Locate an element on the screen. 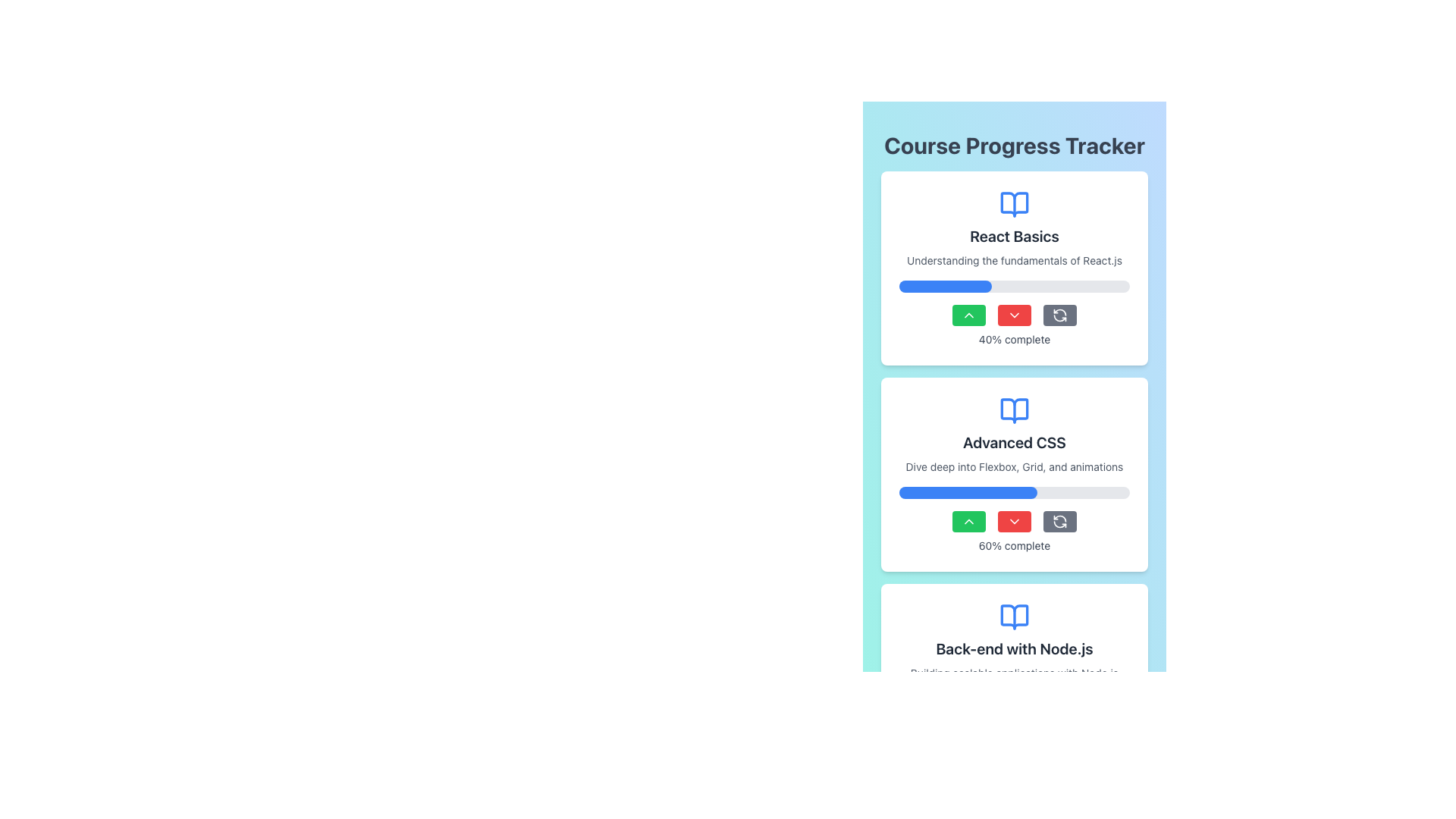 The width and height of the screenshot is (1456, 819). the text label displaying '40% complete', located within the 'React Basics' card, which is positioned slightly below the action buttons is located at coordinates (1015, 338).